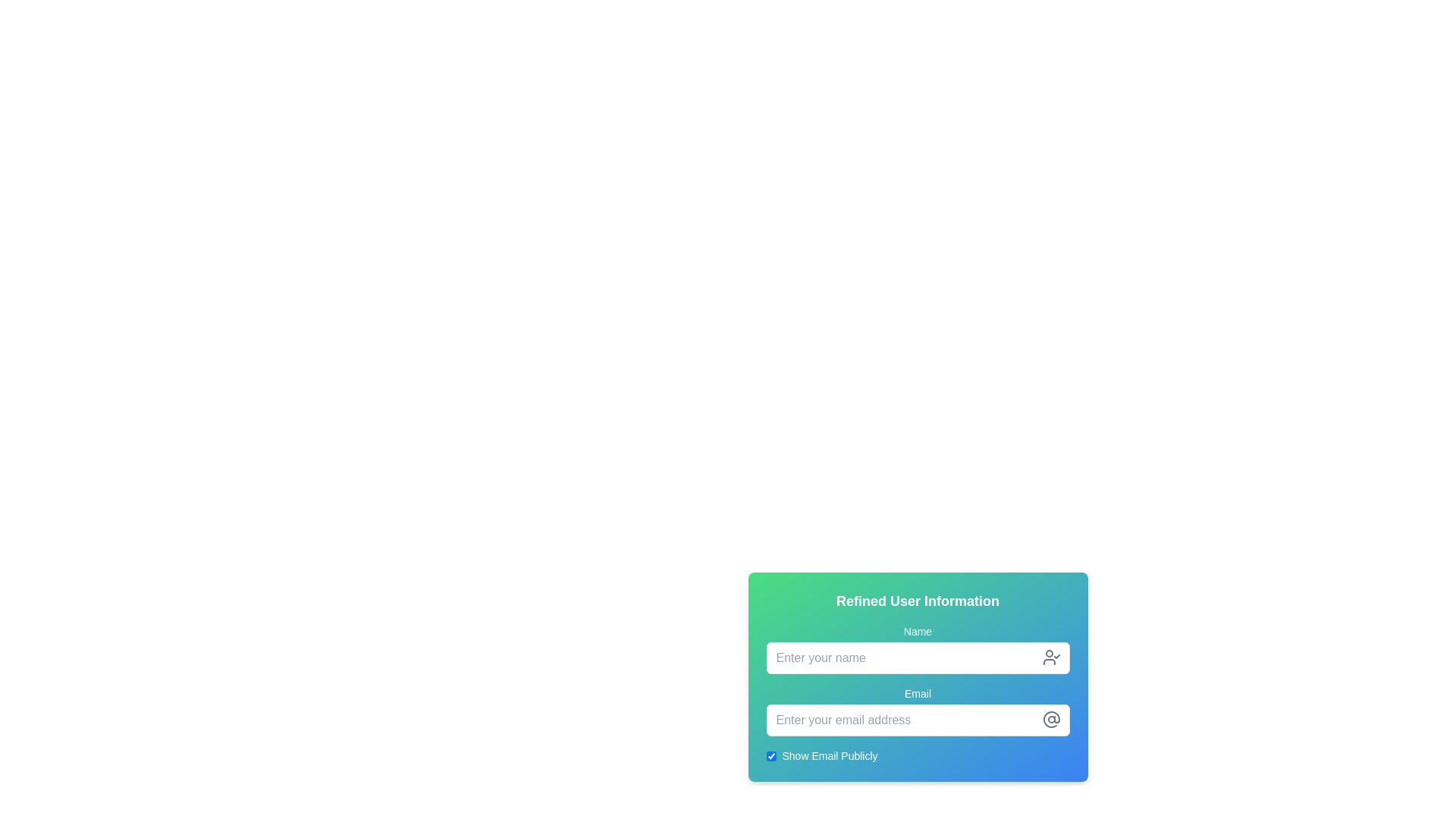 The height and width of the screenshot is (819, 1456). What do you see at coordinates (829, 755) in the screenshot?
I see `the descriptive label indicating the feature of displaying email information publicly, which is located to the right of the associated checkbox near the bottom of the form` at bounding box center [829, 755].